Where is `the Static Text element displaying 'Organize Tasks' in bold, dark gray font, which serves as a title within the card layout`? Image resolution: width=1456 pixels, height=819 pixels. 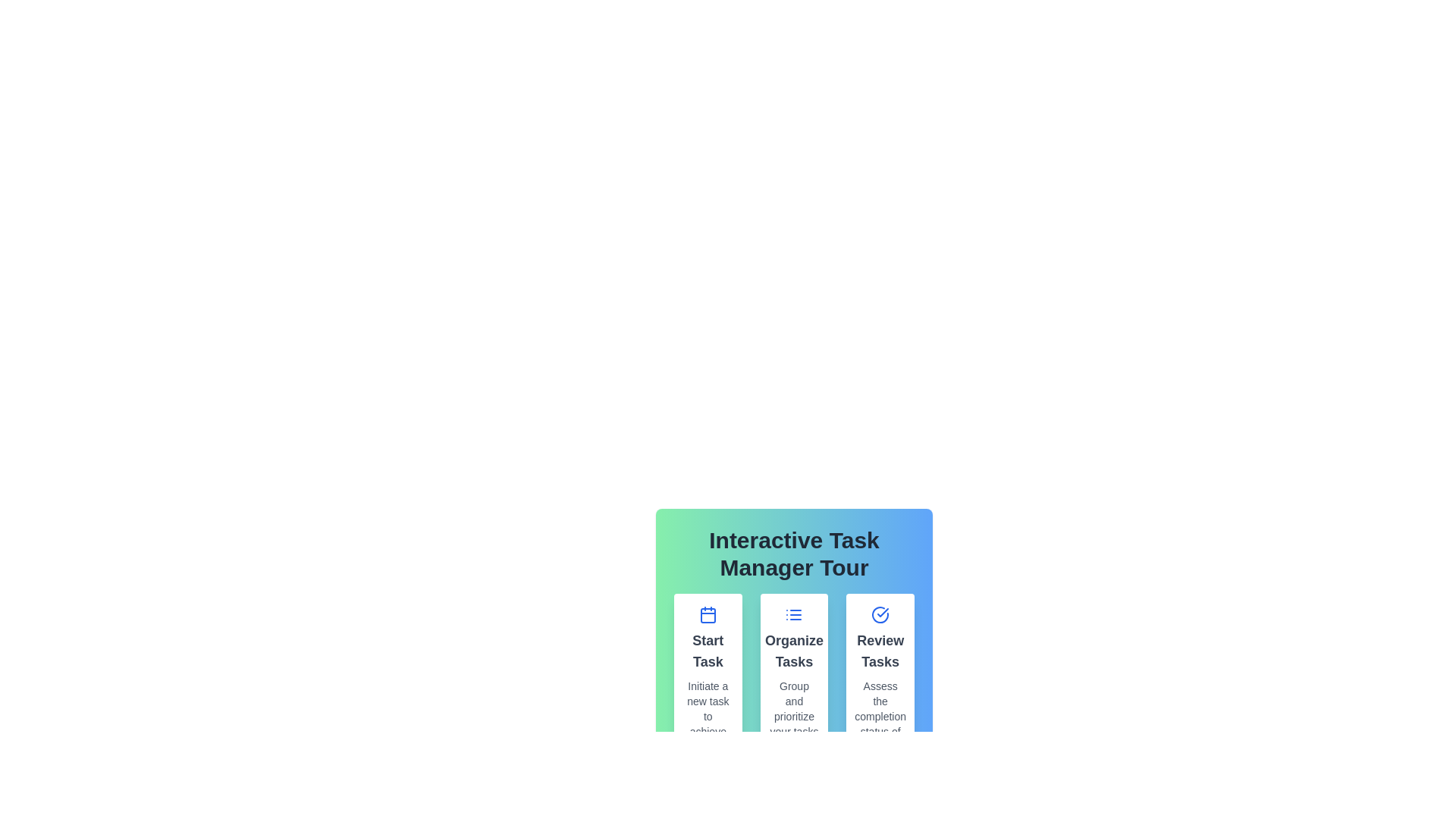
the Static Text element displaying 'Organize Tasks' in bold, dark gray font, which serves as a title within the card layout is located at coordinates (793, 651).